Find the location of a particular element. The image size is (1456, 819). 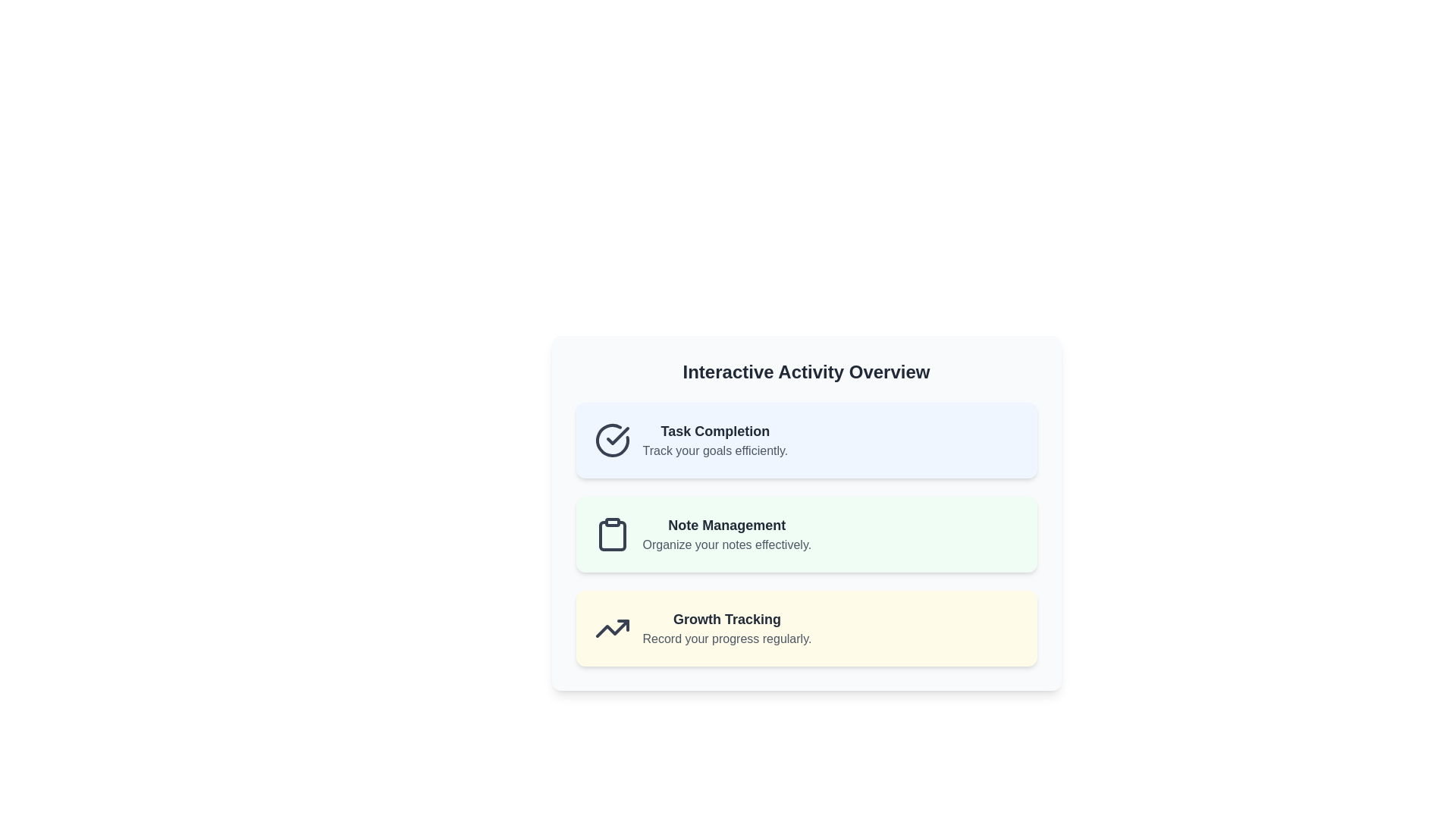

the text label displaying 'Track your goals efficiently.' which is located below the 'Task Completion' label within the blue-colored rectangular card is located at coordinates (714, 450).